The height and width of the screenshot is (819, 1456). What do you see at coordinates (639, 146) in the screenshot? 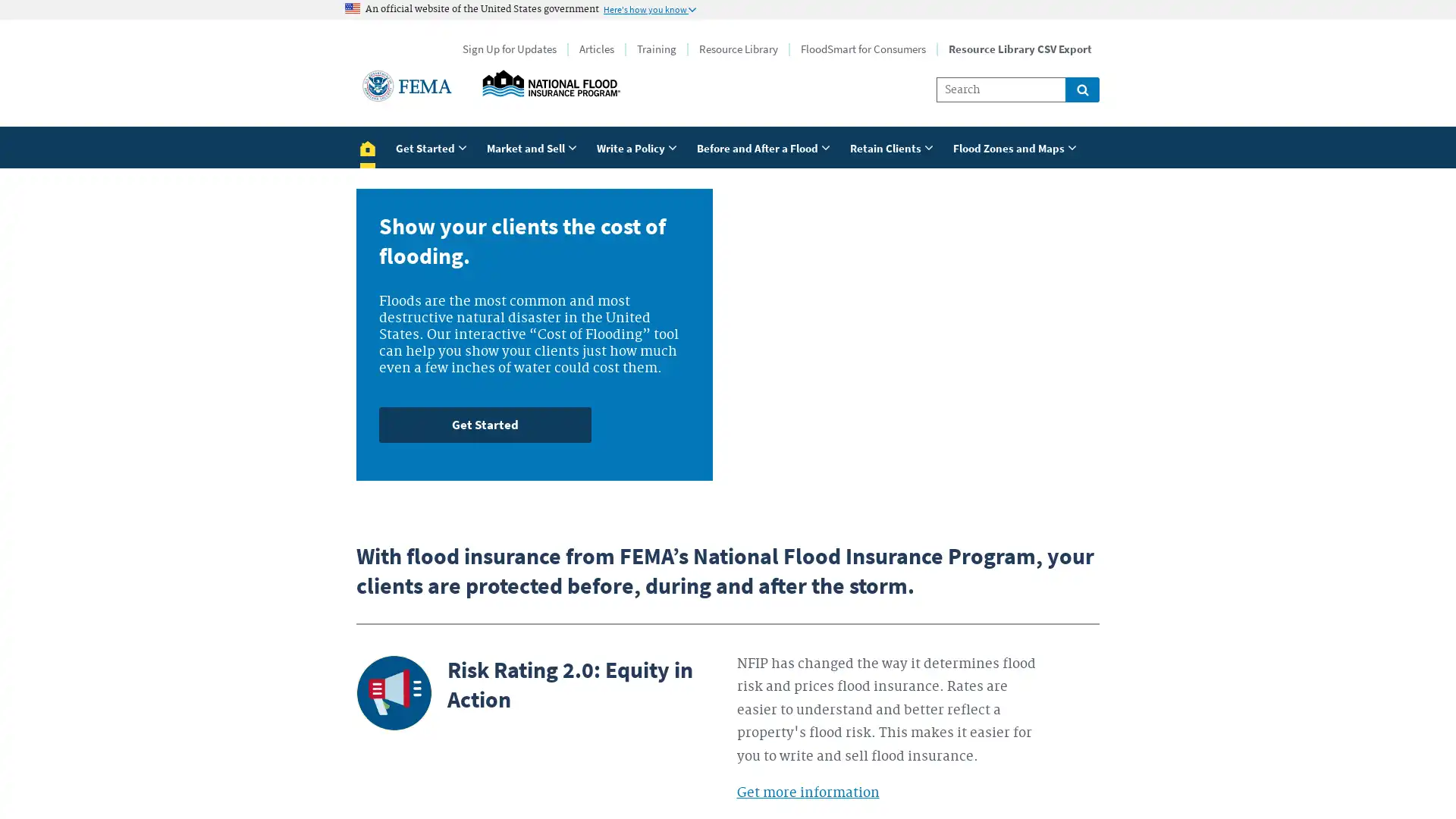
I see `Use <enter> and shift + <enter> to open and close the drop down to sub-menus` at bounding box center [639, 146].